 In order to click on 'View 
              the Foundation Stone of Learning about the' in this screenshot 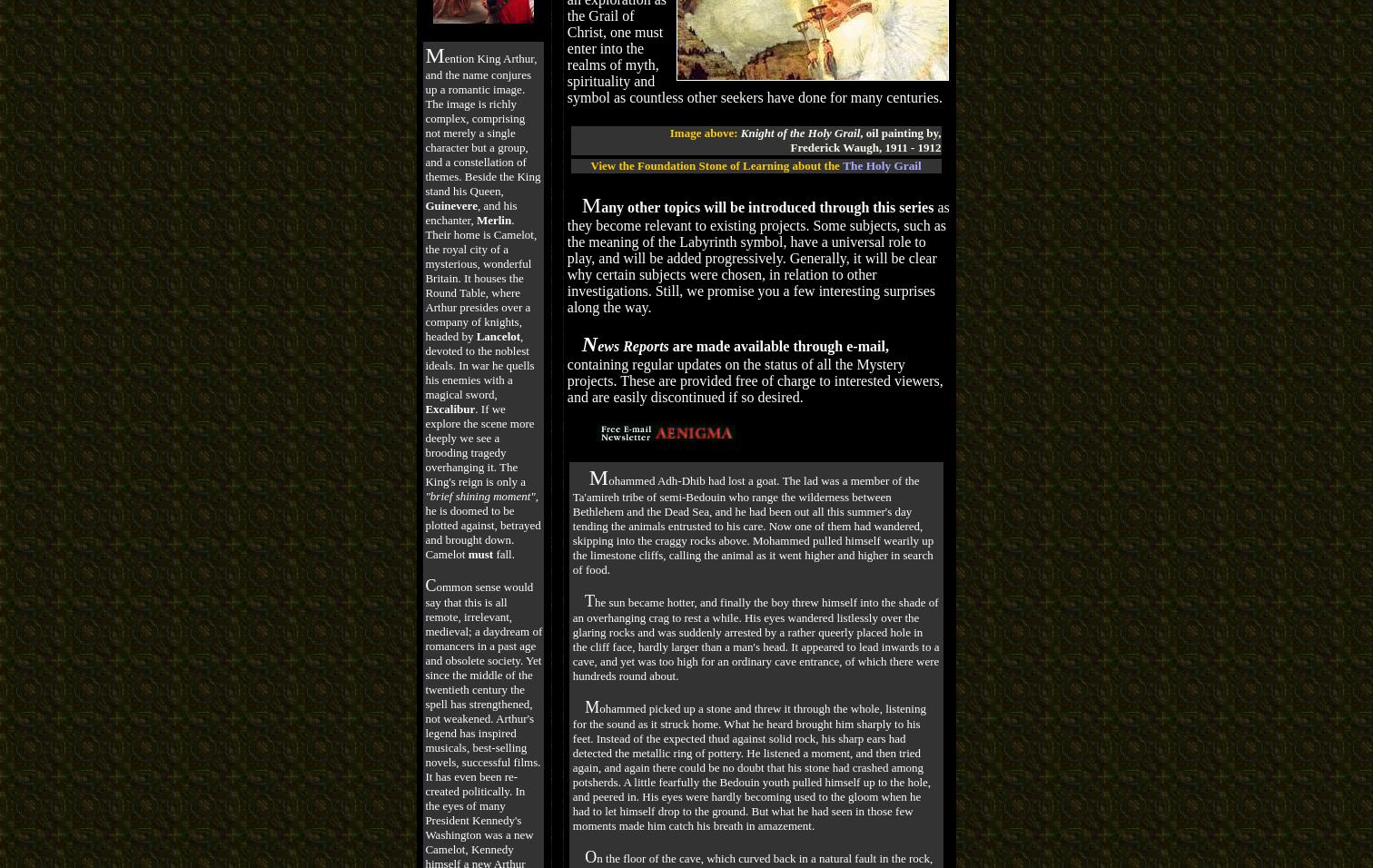, I will do `click(714, 164)`.